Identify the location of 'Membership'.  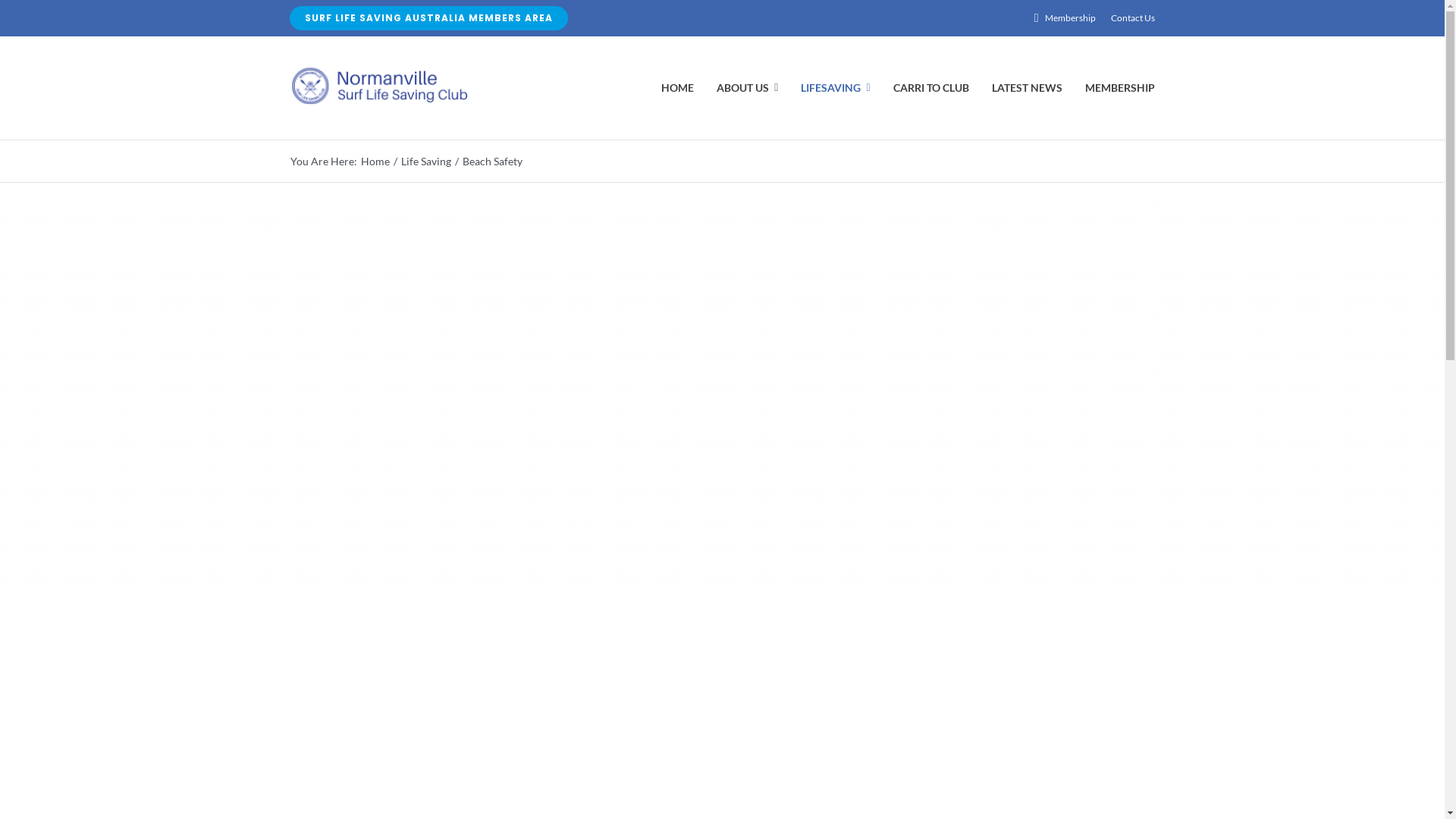
(1061, 17).